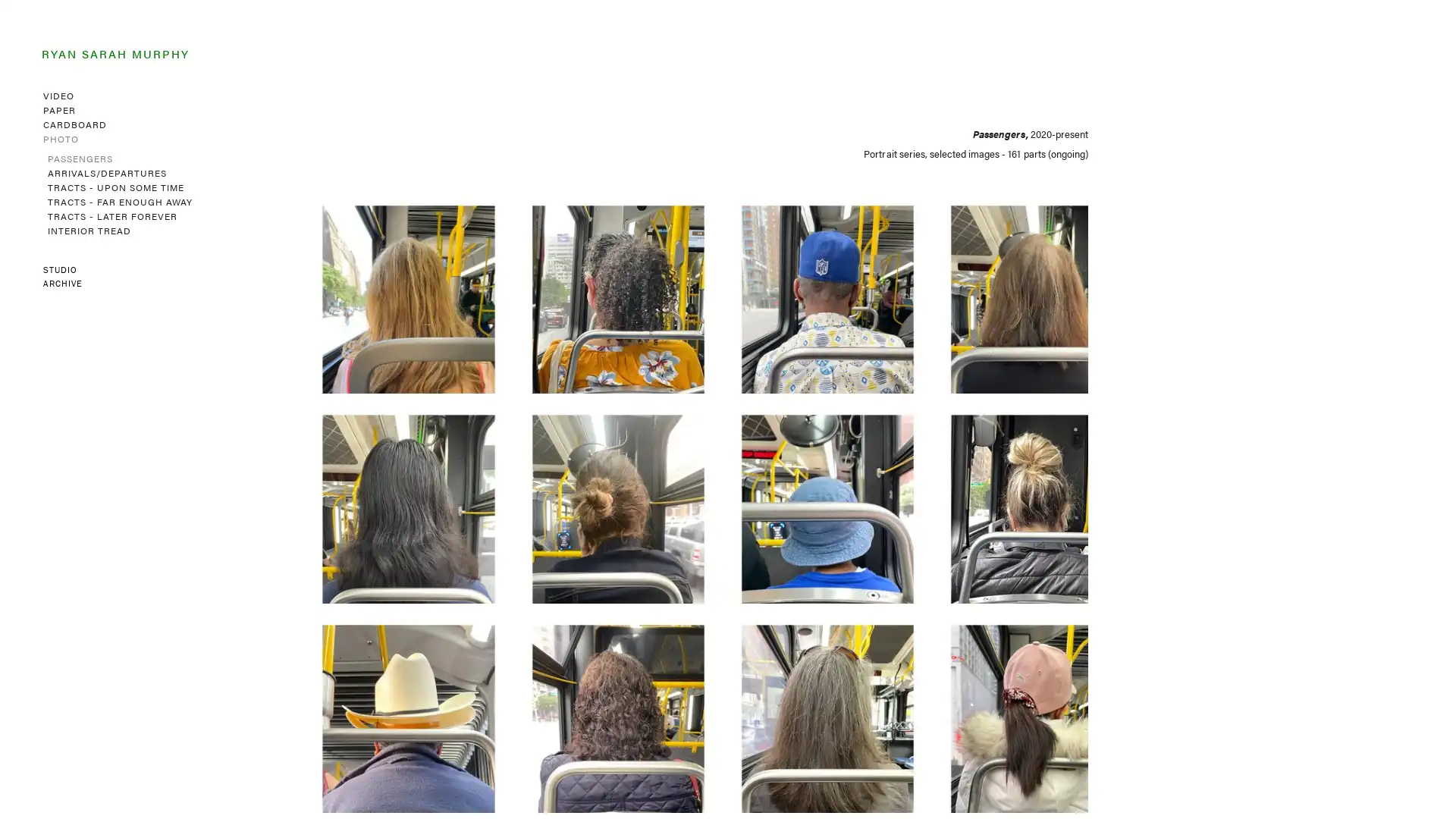 The width and height of the screenshot is (1456, 819). What do you see at coordinates (993, 698) in the screenshot?
I see `View fullsize Passenger 150-.jpeg` at bounding box center [993, 698].